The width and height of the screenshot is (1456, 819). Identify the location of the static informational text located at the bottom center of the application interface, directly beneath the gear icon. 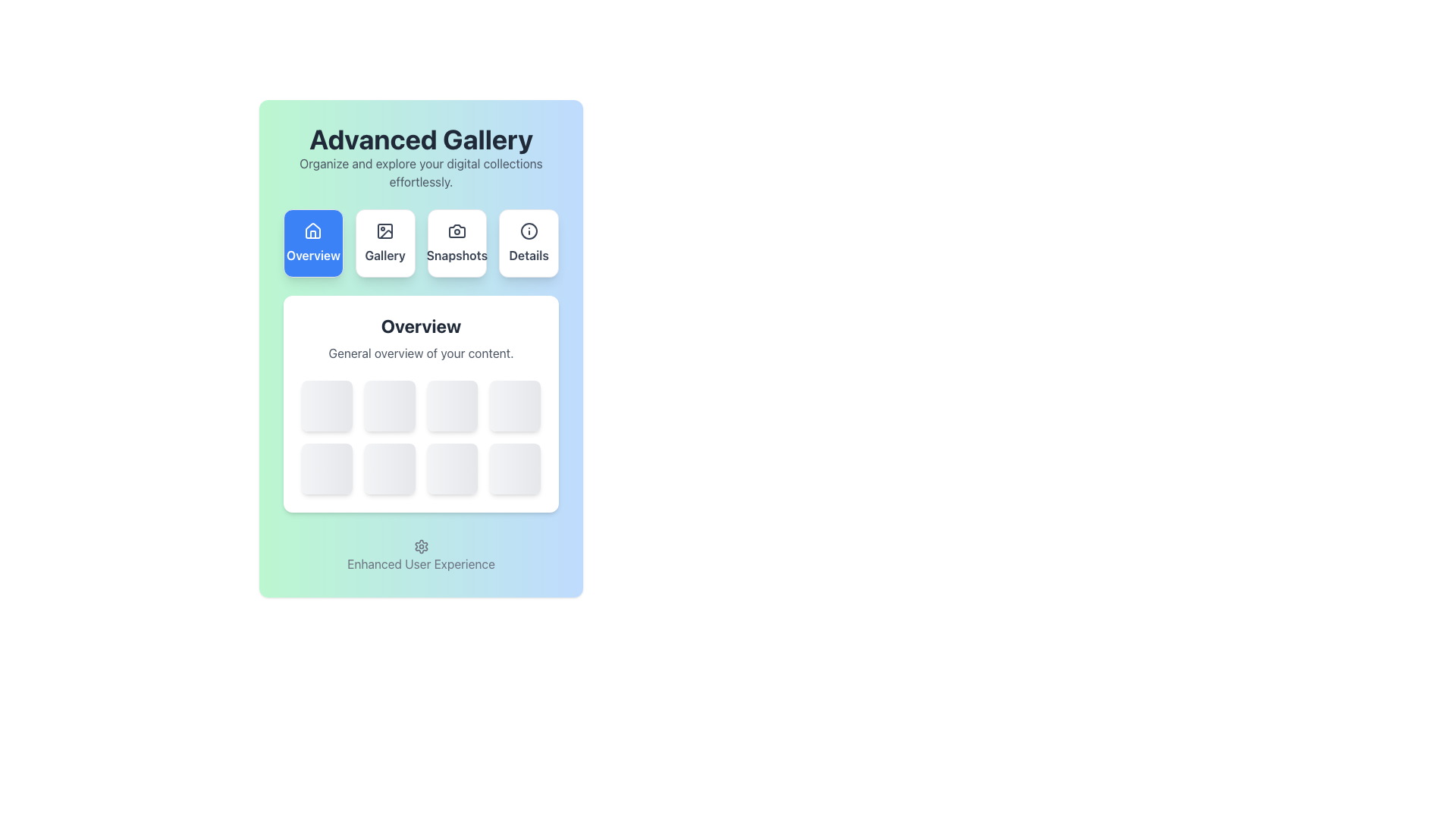
(421, 563).